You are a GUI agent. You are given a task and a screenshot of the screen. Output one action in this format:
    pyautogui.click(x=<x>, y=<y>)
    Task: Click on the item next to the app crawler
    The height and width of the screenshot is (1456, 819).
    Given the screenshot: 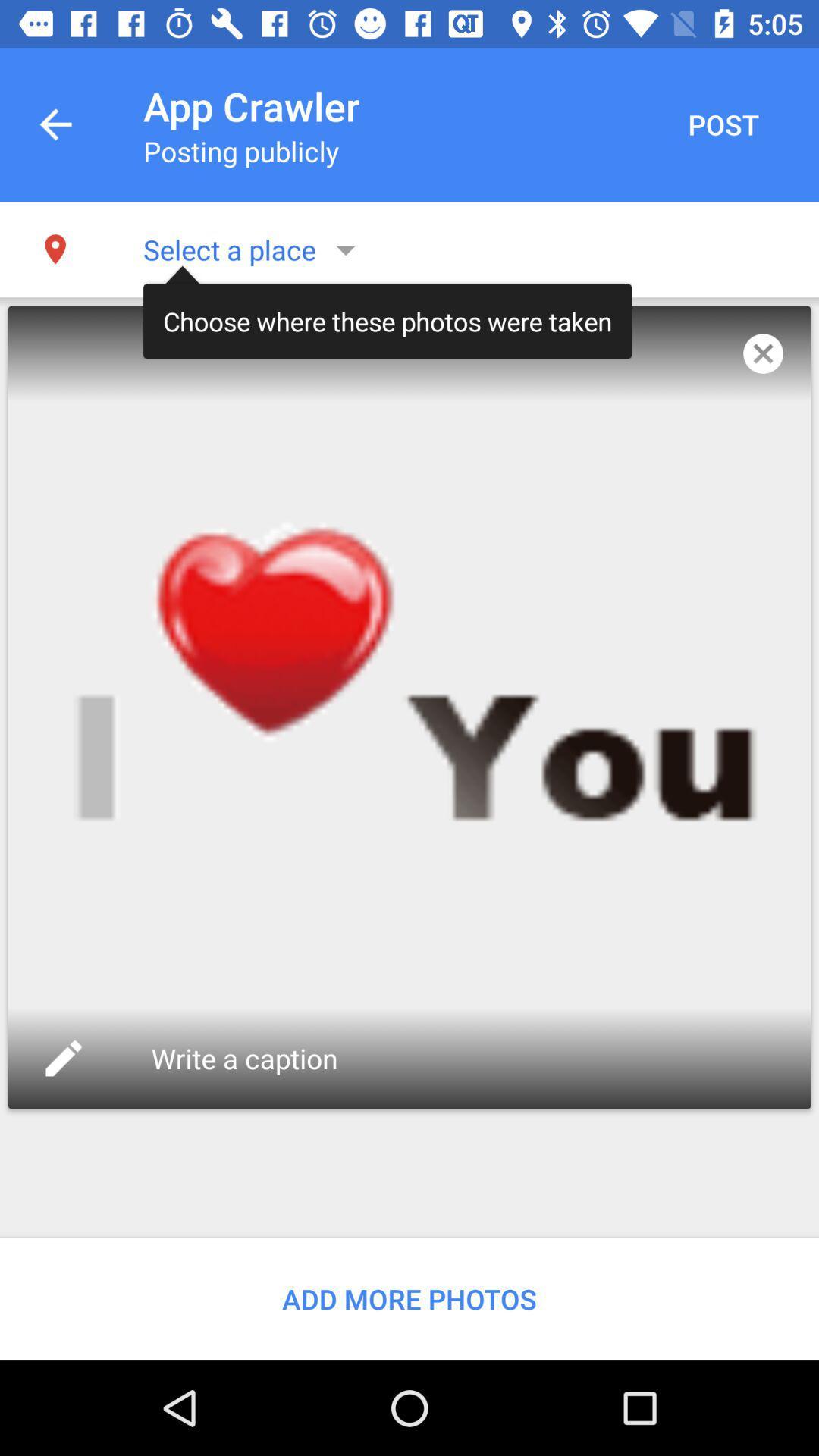 What is the action you would take?
    pyautogui.click(x=722, y=124)
    